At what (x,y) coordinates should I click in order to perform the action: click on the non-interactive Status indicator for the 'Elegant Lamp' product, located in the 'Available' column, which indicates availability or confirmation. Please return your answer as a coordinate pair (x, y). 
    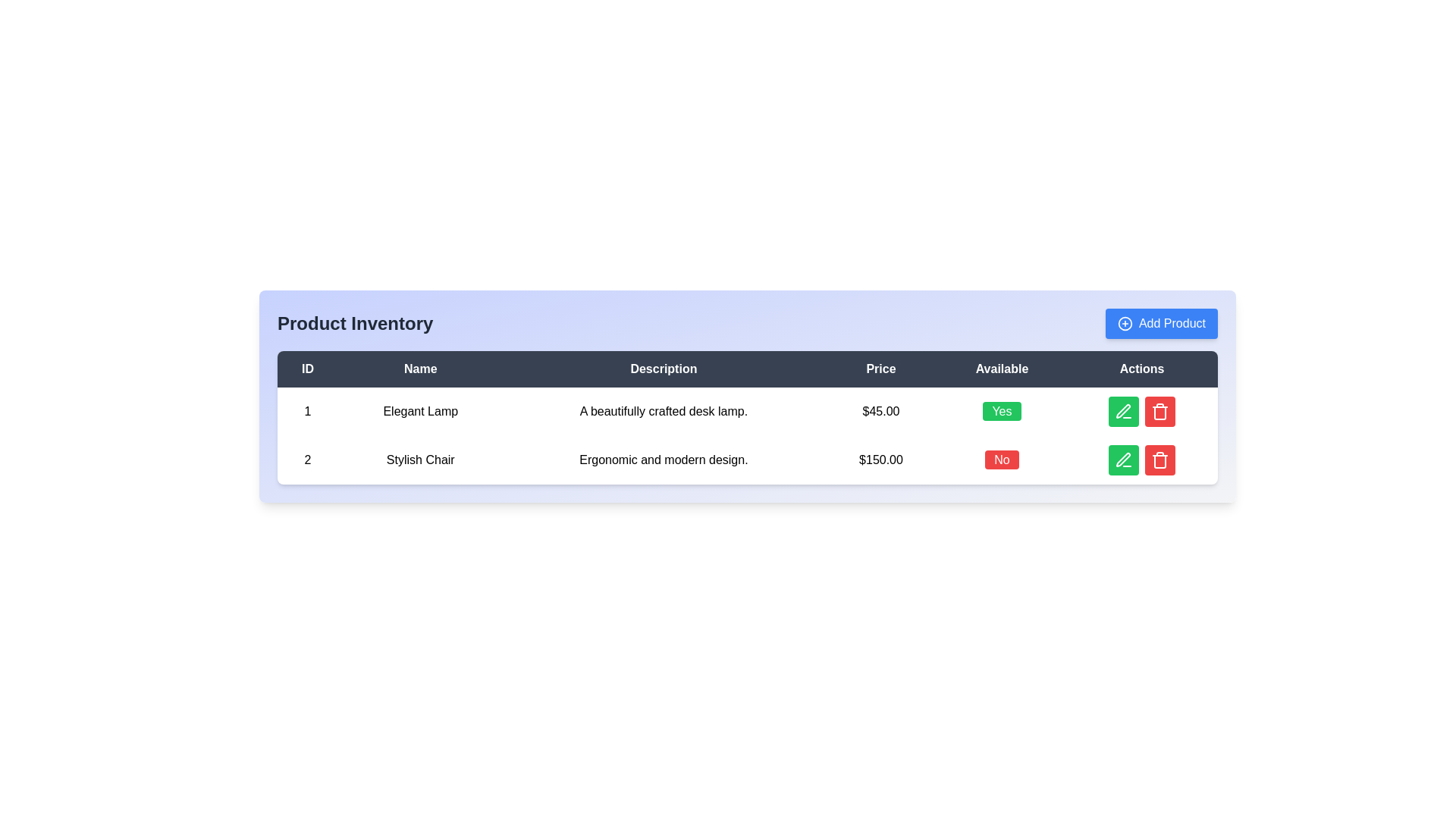
    Looking at the image, I should click on (1002, 411).